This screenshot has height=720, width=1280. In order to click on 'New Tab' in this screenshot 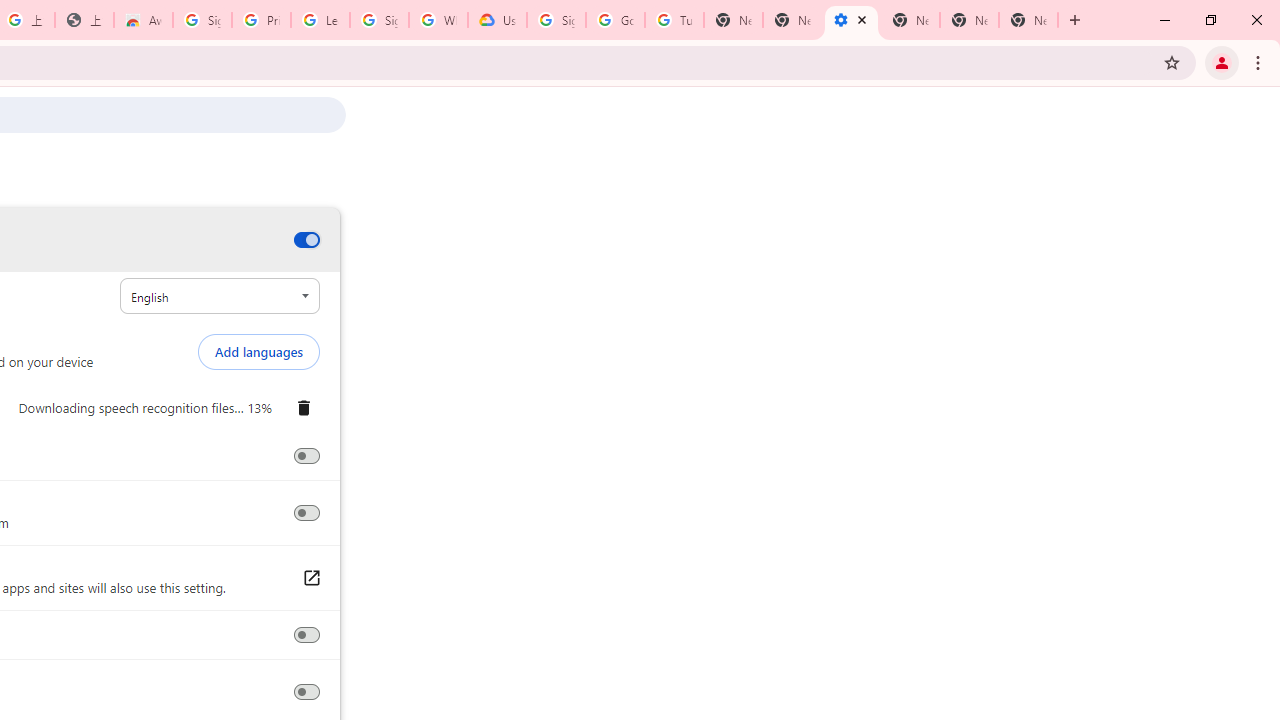, I will do `click(1028, 20)`.